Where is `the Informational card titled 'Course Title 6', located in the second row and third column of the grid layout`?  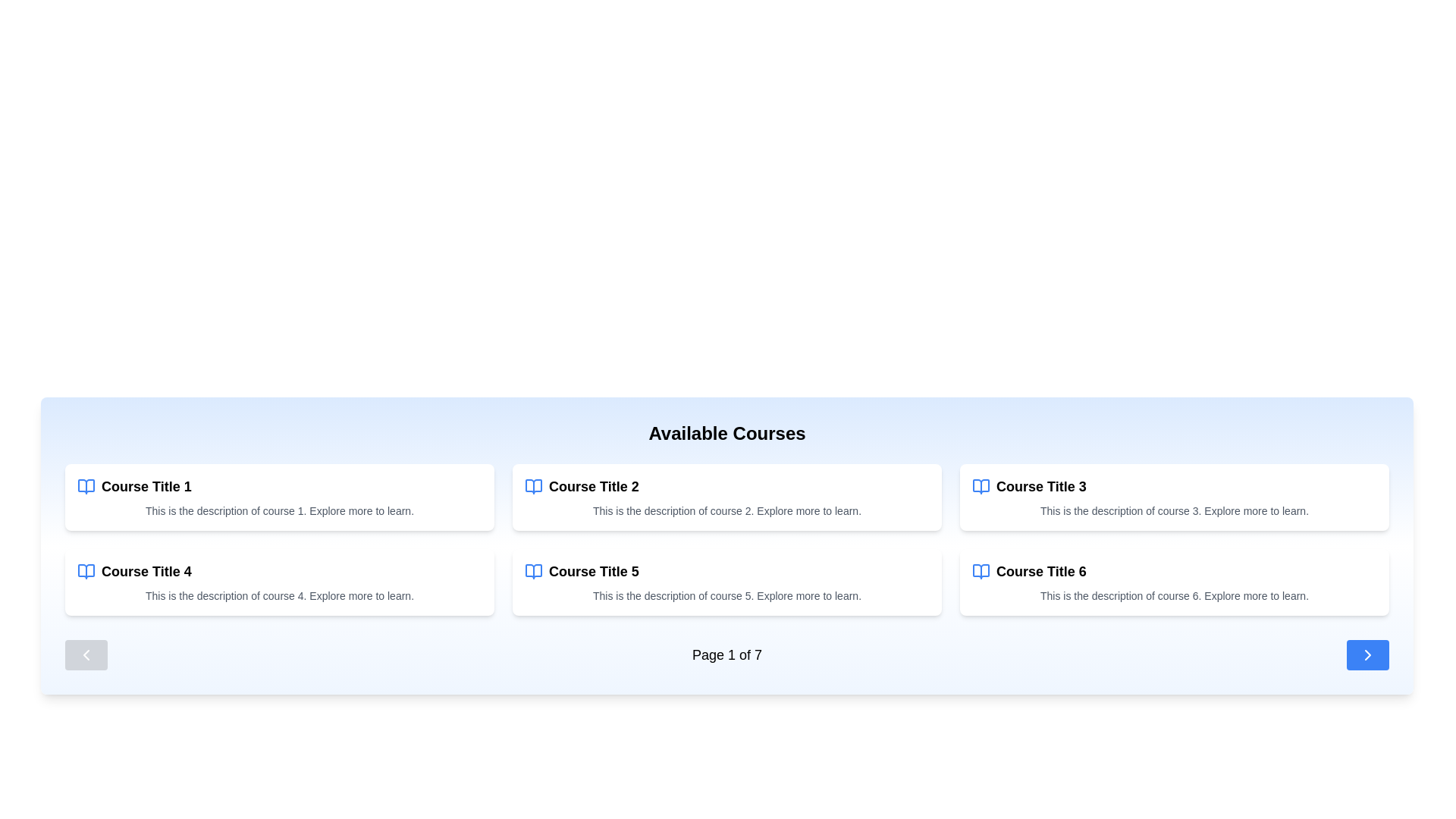 the Informational card titled 'Course Title 6', located in the second row and third column of the grid layout is located at coordinates (1174, 581).